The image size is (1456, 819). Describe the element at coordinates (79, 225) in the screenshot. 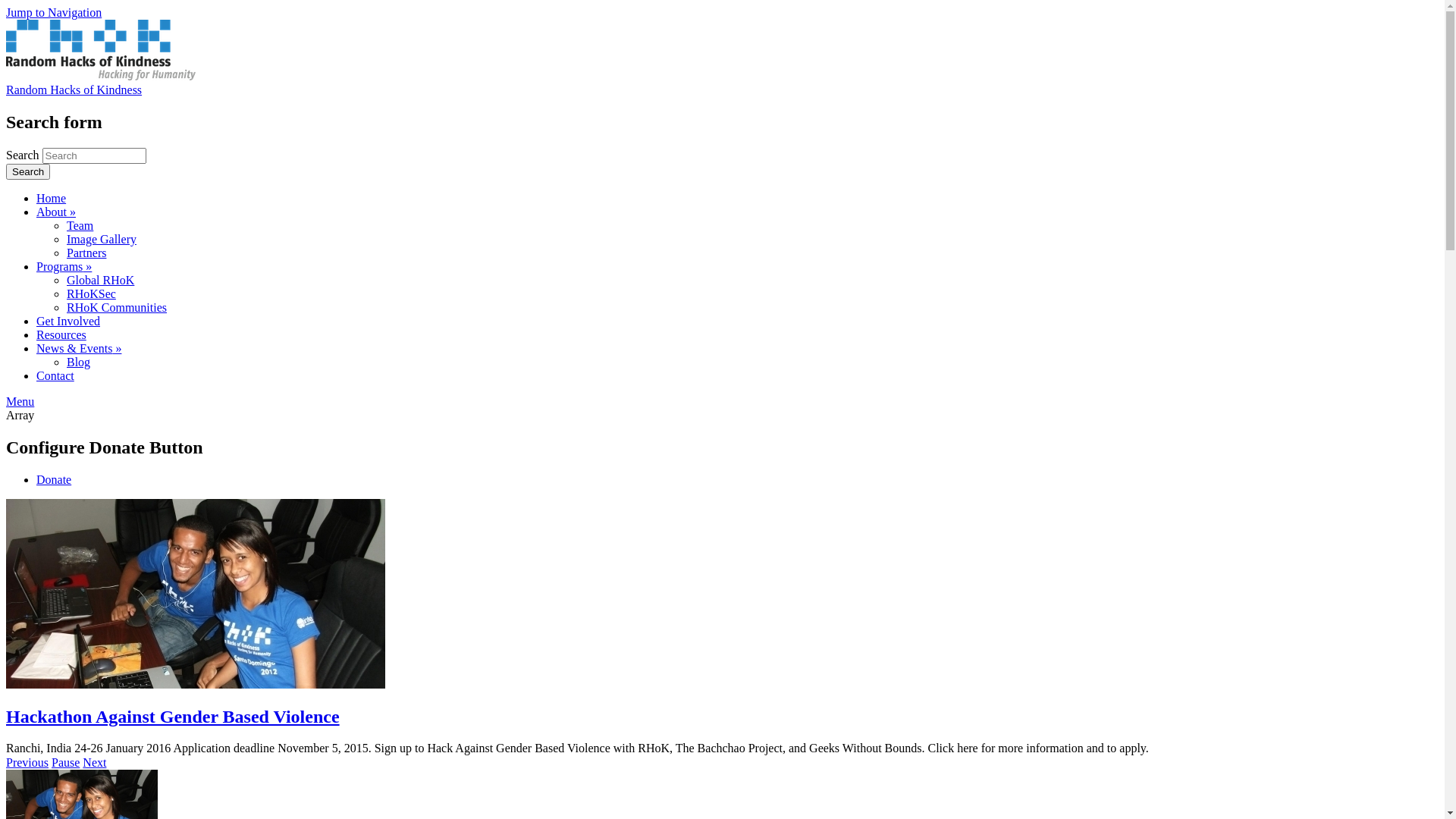

I see `'Team'` at that location.